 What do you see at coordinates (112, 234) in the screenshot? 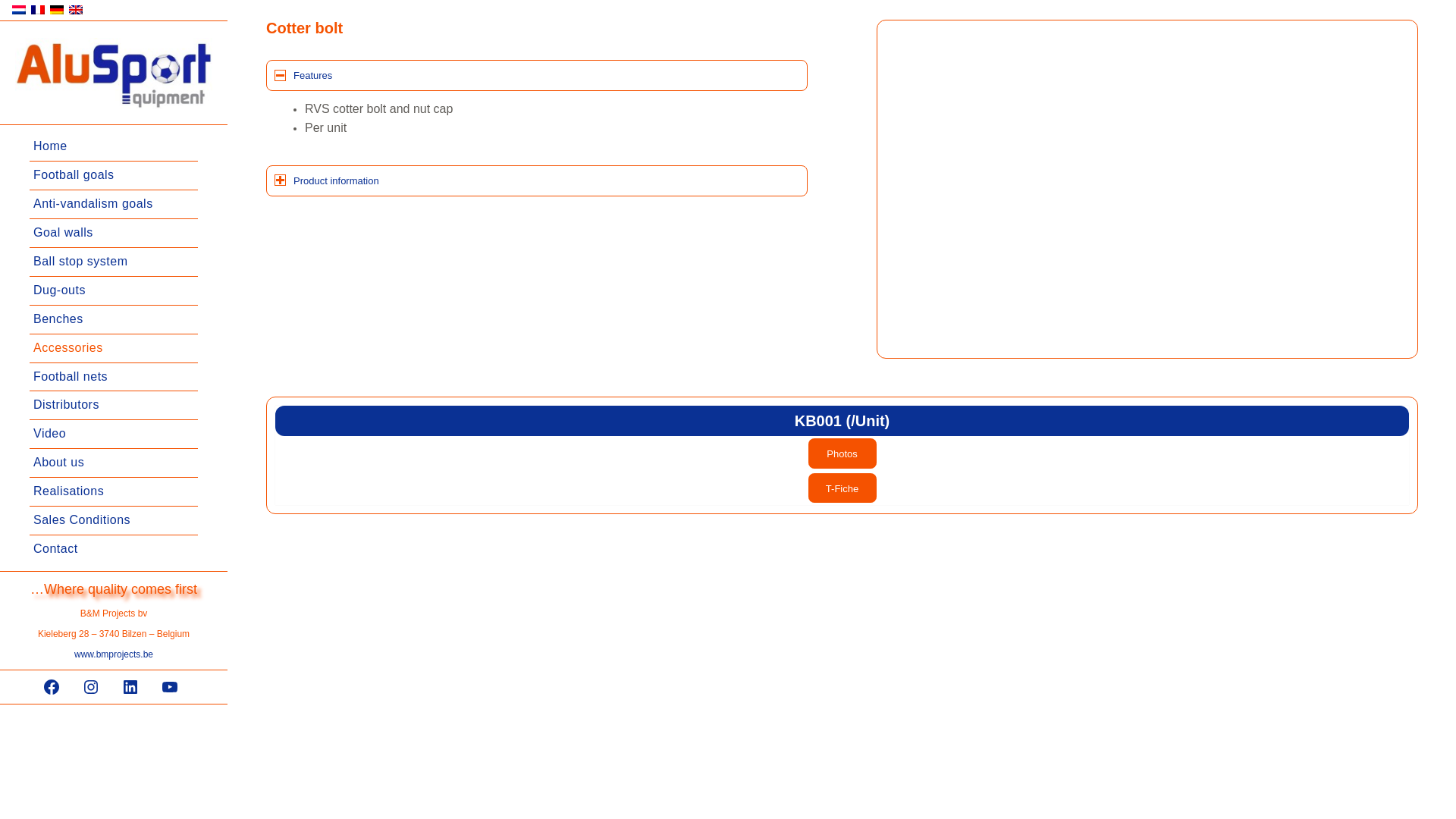
I see `'Goal walls'` at bounding box center [112, 234].